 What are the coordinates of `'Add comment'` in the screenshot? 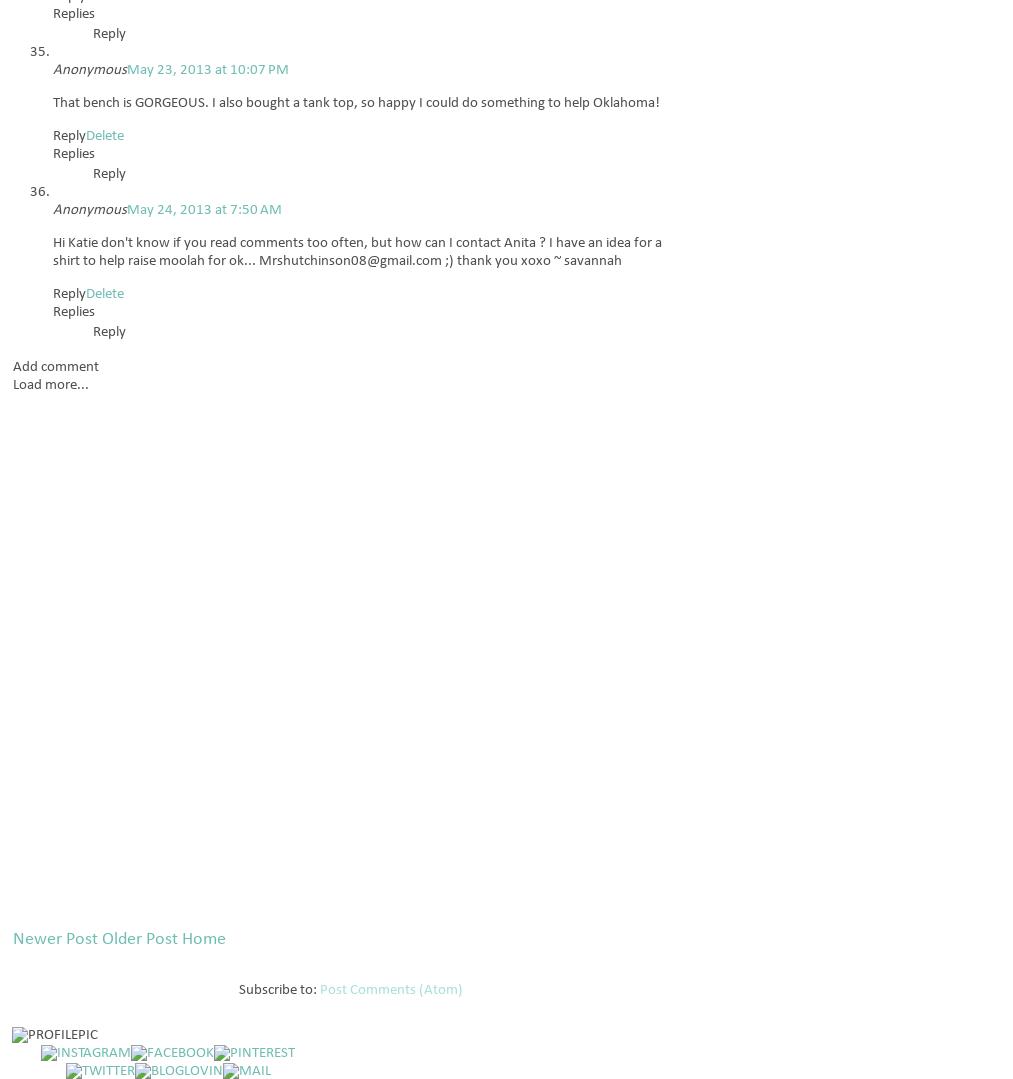 It's located at (55, 367).